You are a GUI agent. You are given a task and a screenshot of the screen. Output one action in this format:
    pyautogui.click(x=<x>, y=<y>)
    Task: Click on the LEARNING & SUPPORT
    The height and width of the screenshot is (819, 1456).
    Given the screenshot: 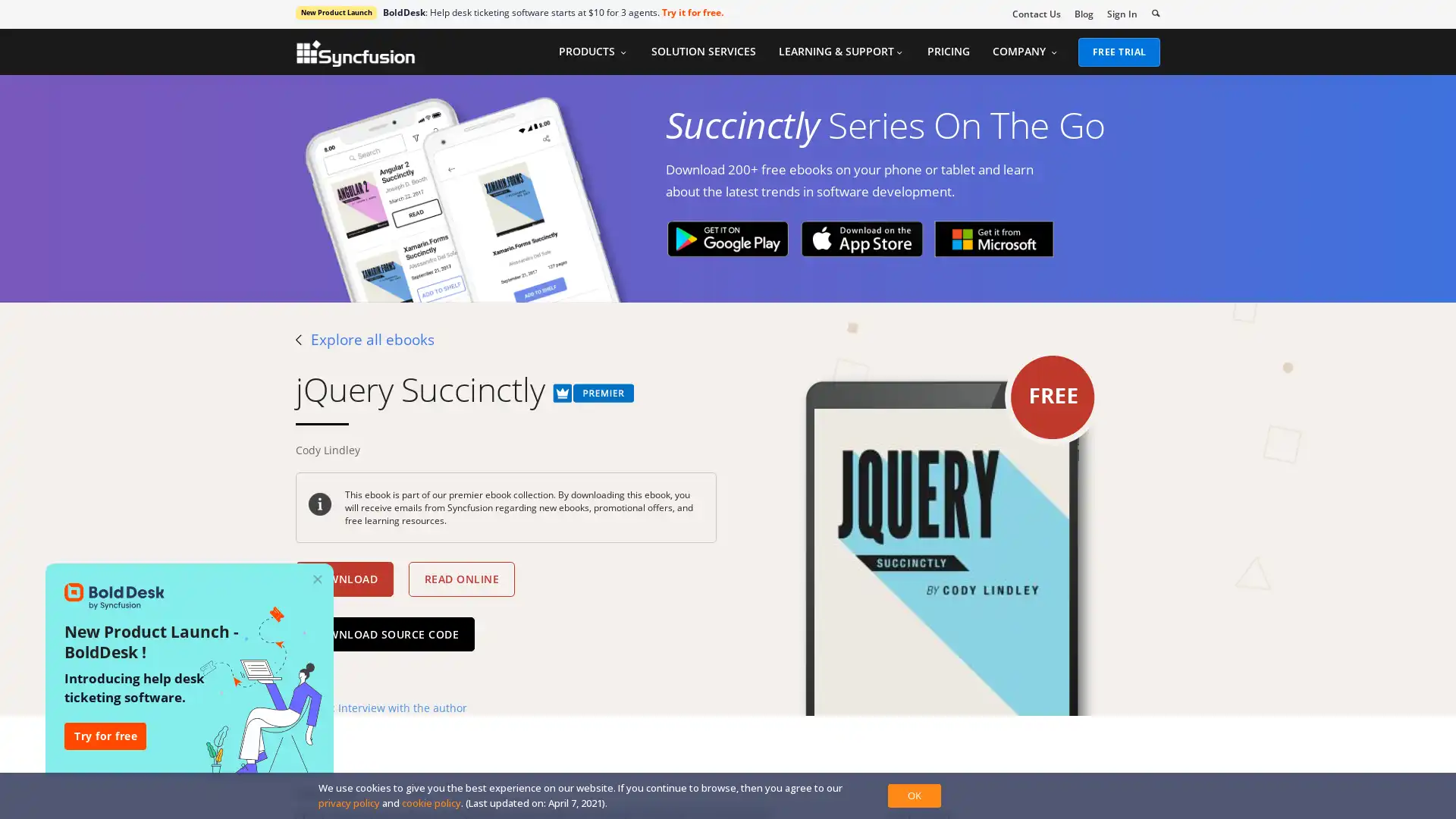 What is the action you would take?
    pyautogui.click(x=839, y=51)
    